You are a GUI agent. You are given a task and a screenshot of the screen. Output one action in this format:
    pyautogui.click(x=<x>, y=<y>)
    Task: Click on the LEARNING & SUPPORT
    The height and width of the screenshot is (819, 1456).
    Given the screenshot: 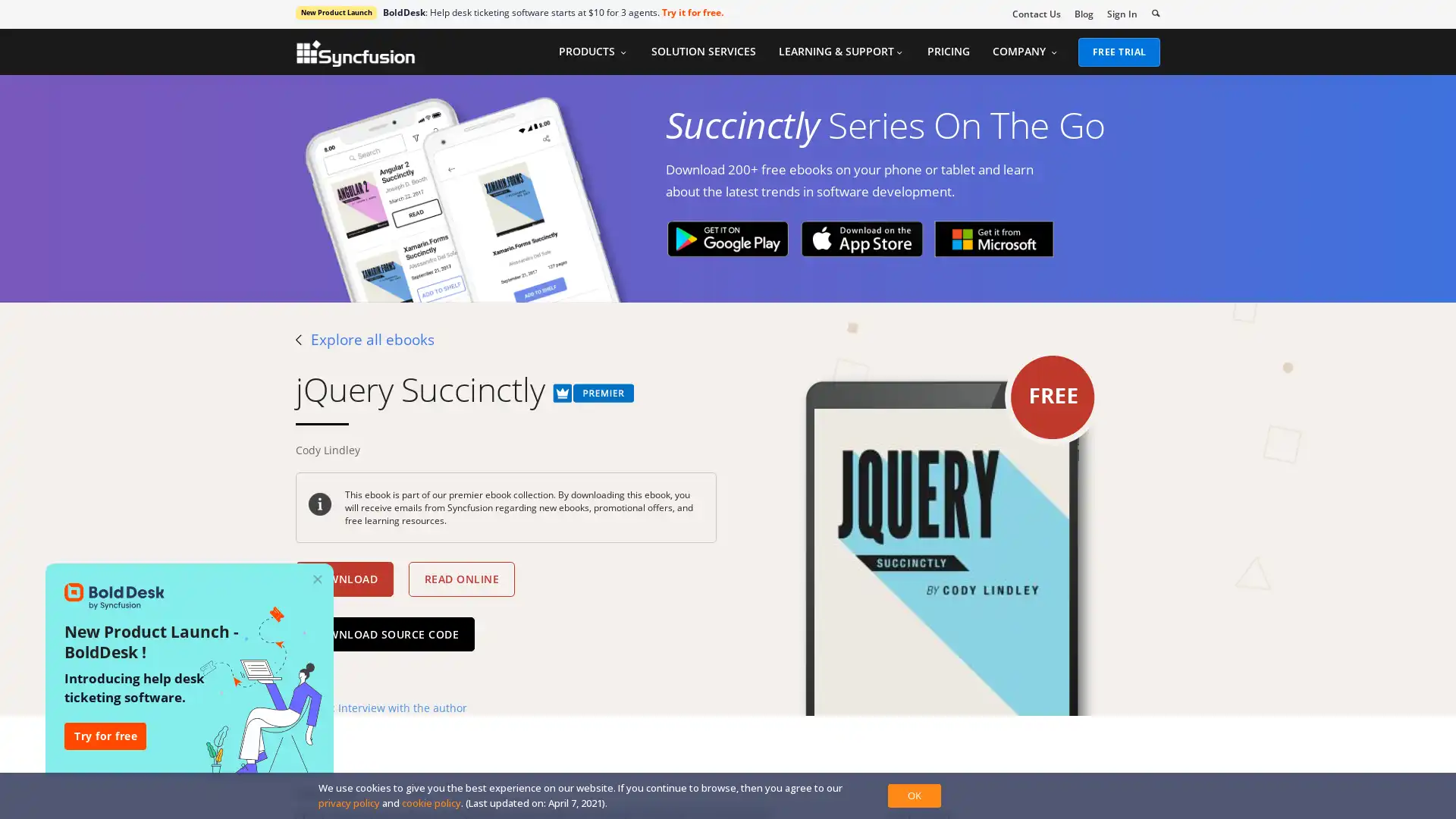 What is the action you would take?
    pyautogui.click(x=839, y=51)
    